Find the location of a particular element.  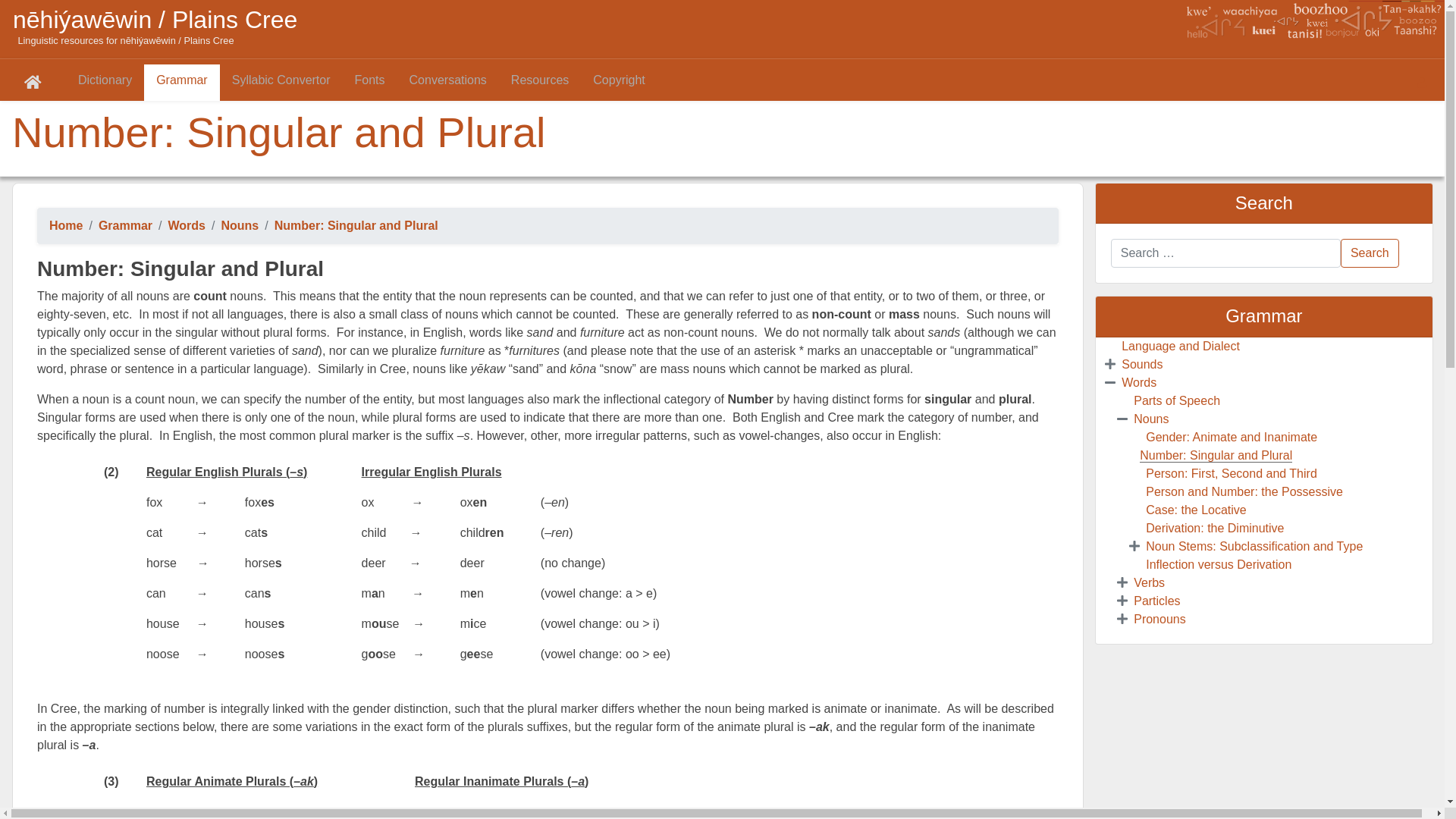

'Words' is located at coordinates (1121, 381).